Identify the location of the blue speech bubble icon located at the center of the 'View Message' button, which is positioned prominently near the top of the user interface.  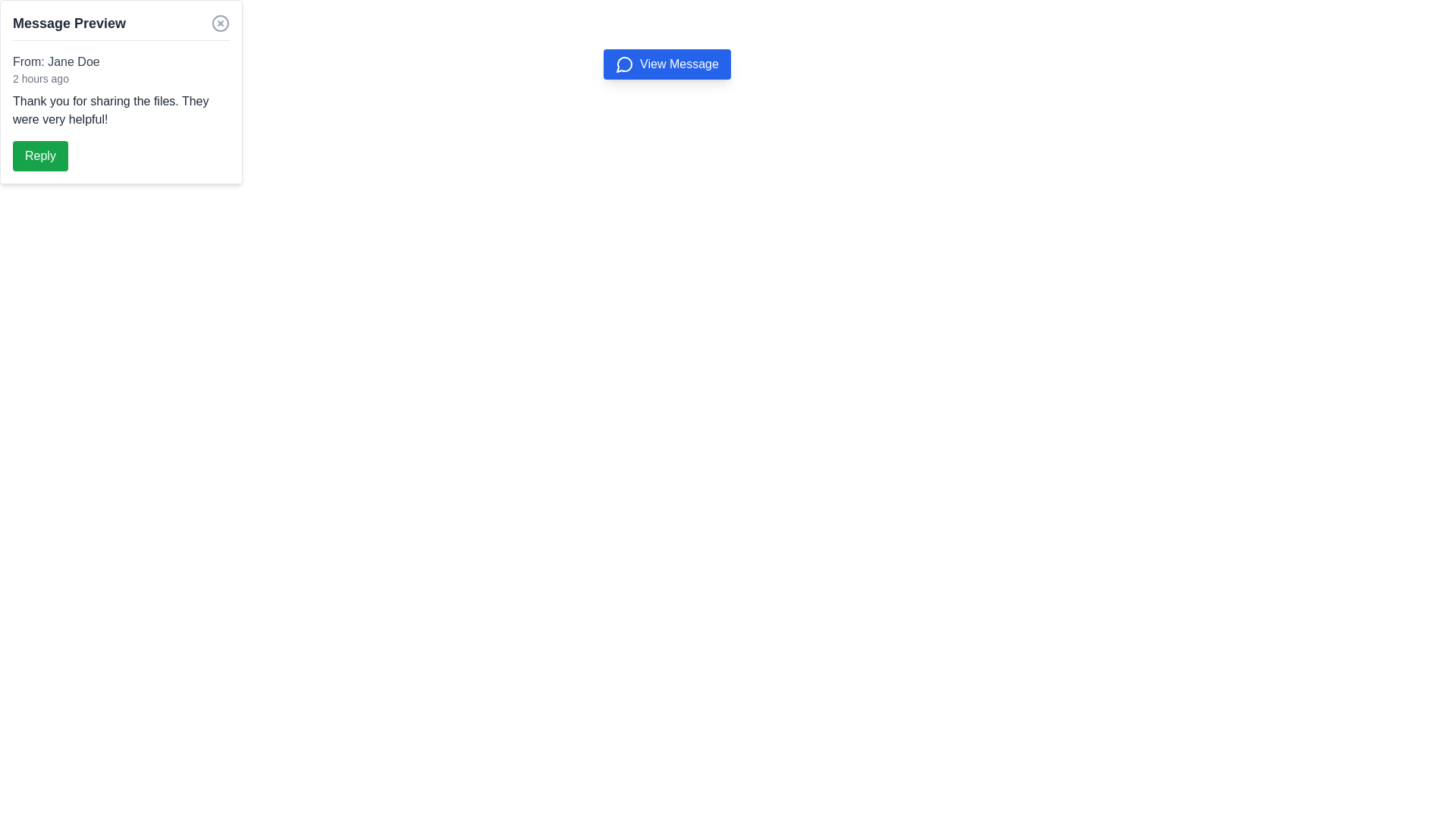
(624, 64).